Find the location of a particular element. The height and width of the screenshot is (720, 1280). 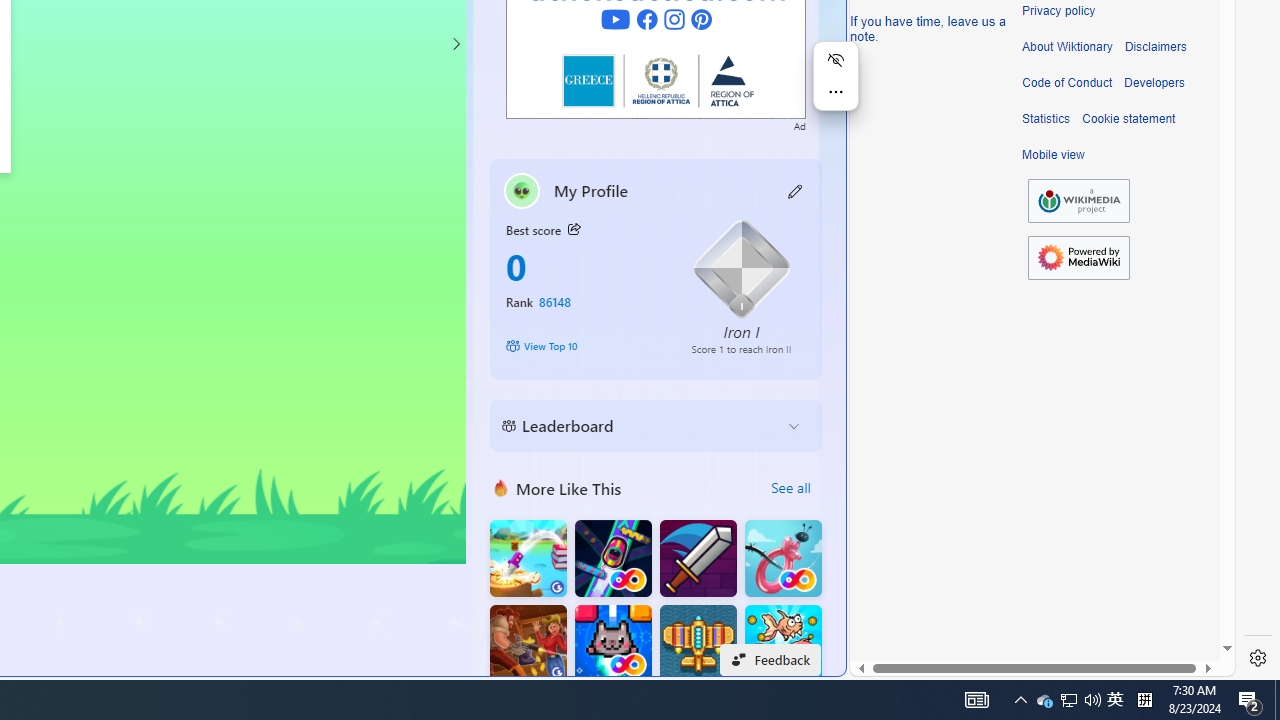

'Bumper Car FRVR' is located at coordinates (612, 558).